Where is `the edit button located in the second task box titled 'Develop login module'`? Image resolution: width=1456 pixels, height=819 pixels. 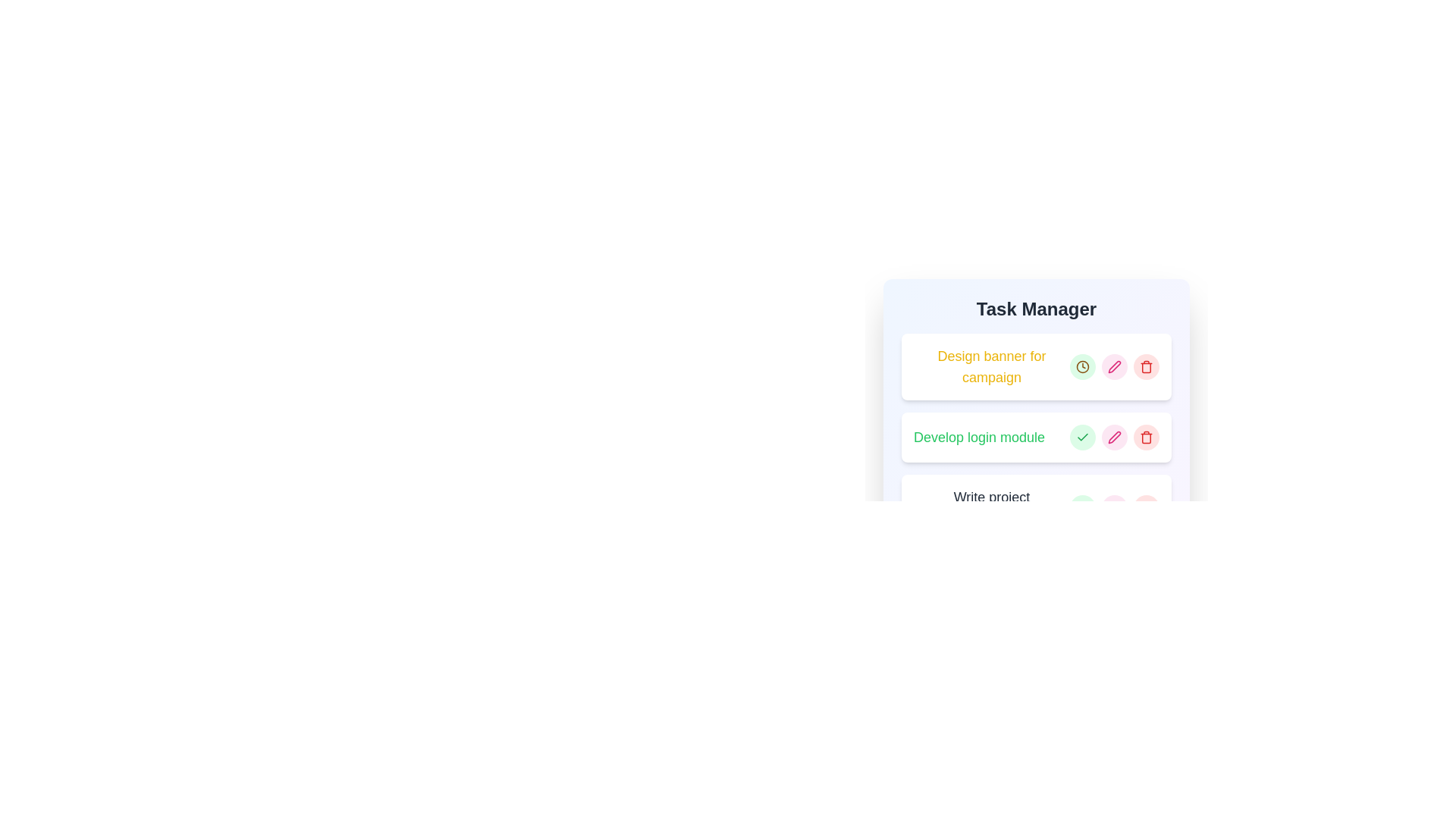 the edit button located in the second task box titled 'Develop login module' is located at coordinates (1114, 366).